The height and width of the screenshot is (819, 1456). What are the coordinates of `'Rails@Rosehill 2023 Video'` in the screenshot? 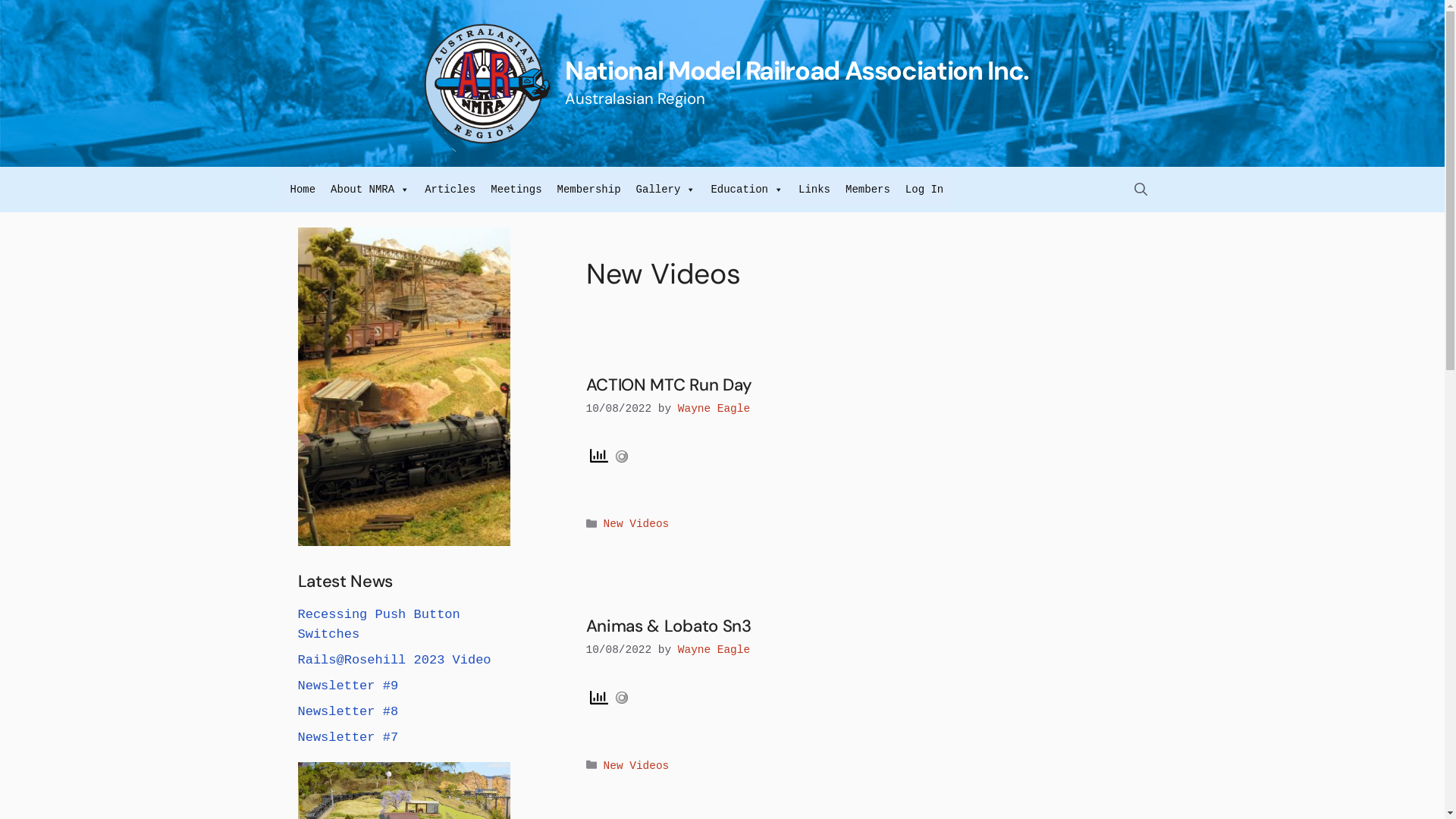 It's located at (394, 659).